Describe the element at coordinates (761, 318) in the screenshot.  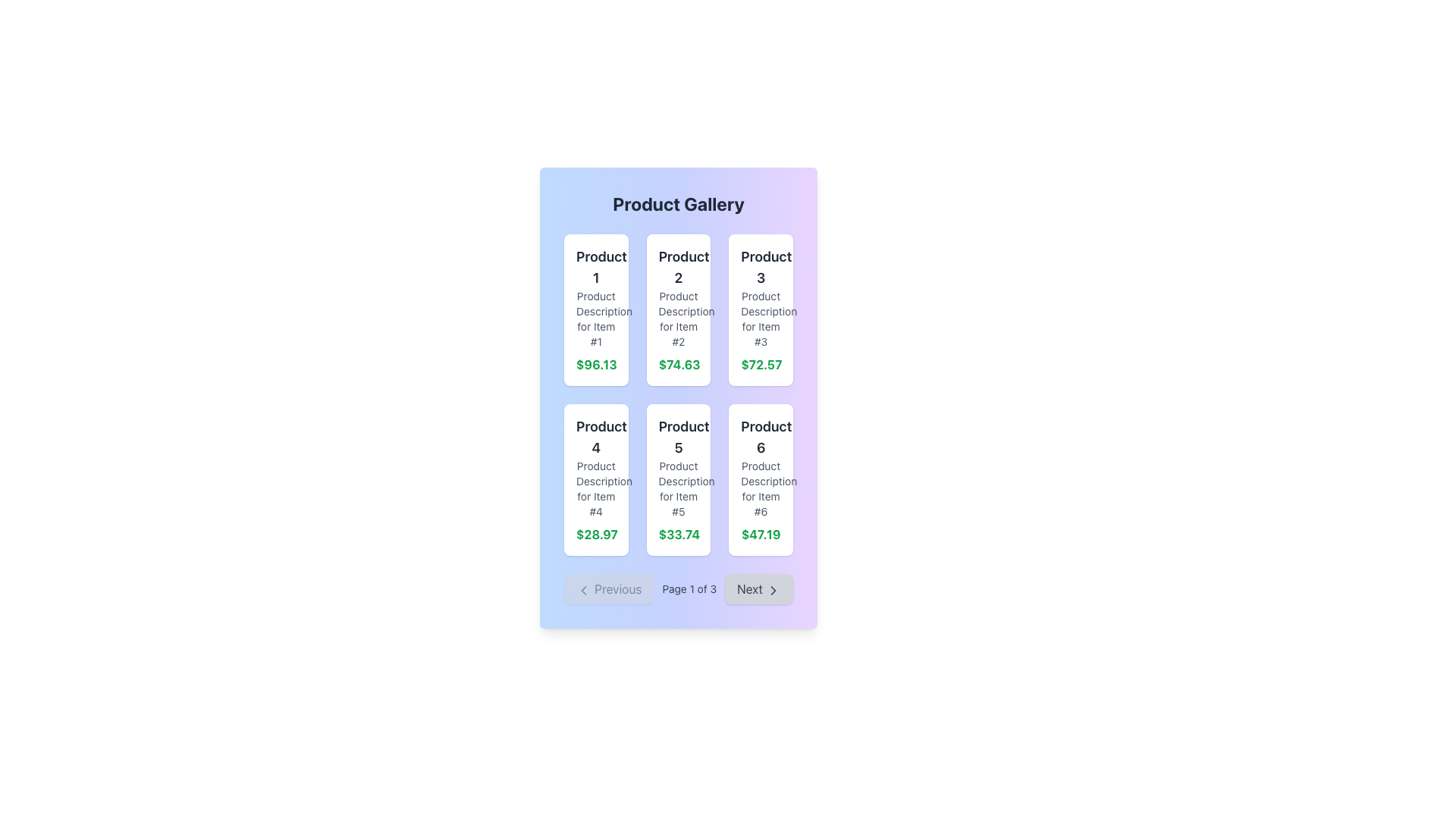
I see `the text label displaying 'Product Description for Item #3', which is styled in gray and located between the title 'Product 3' and the price '$72.57' on the product card` at that location.